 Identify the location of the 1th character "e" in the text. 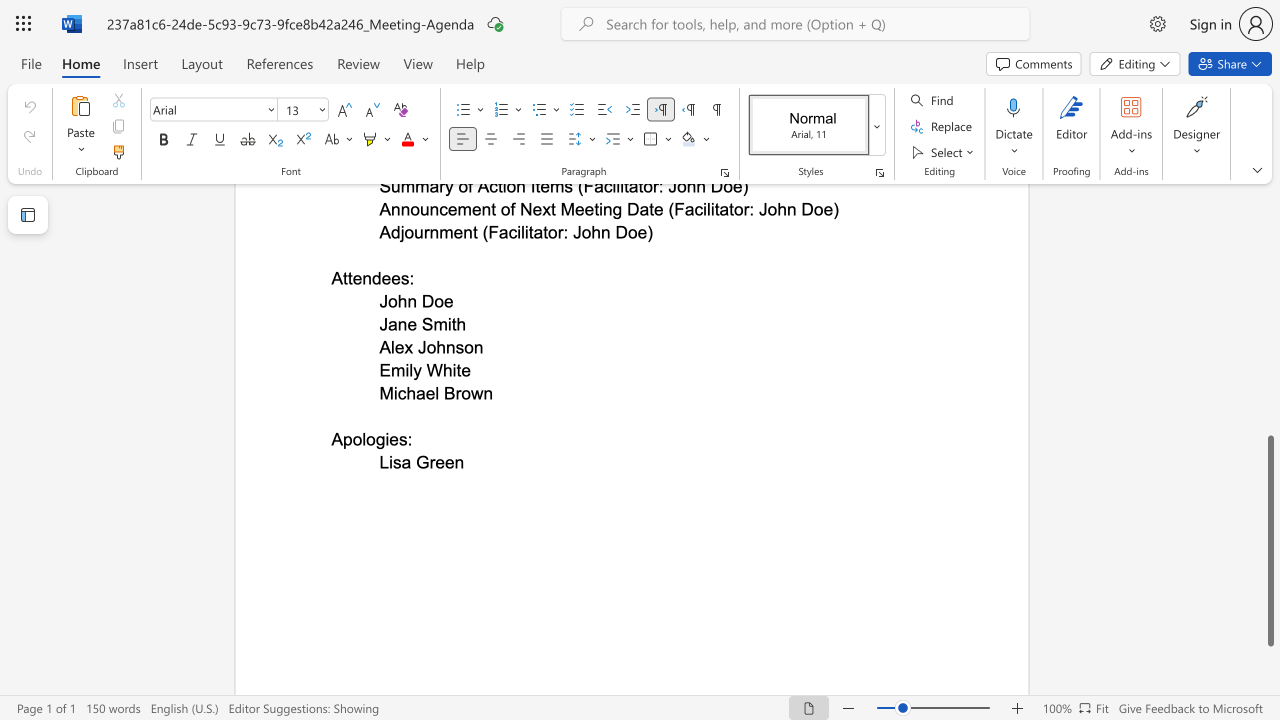
(439, 462).